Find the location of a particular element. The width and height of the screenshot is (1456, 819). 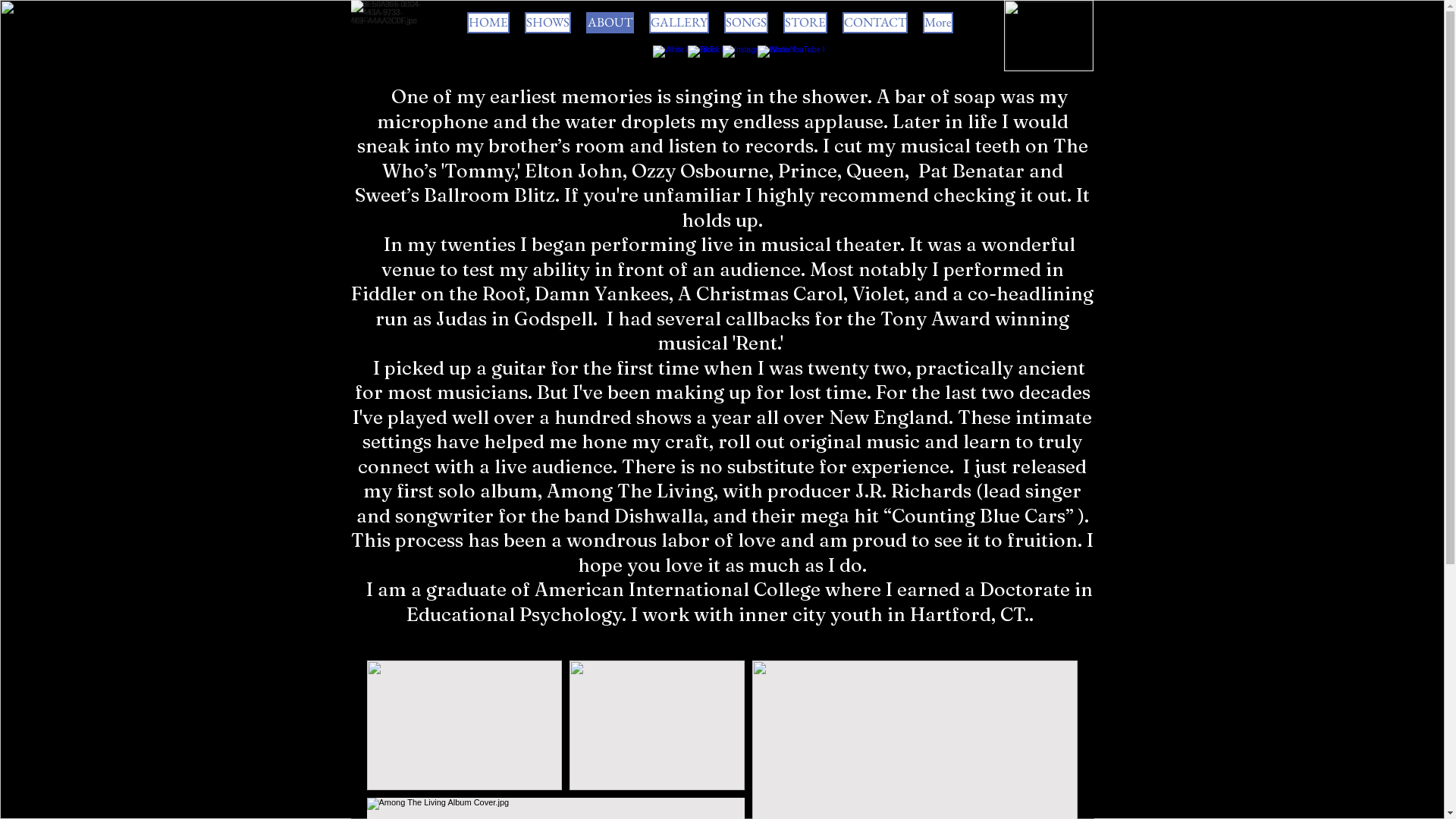

'GALLERY' is located at coordinates (648, 23).